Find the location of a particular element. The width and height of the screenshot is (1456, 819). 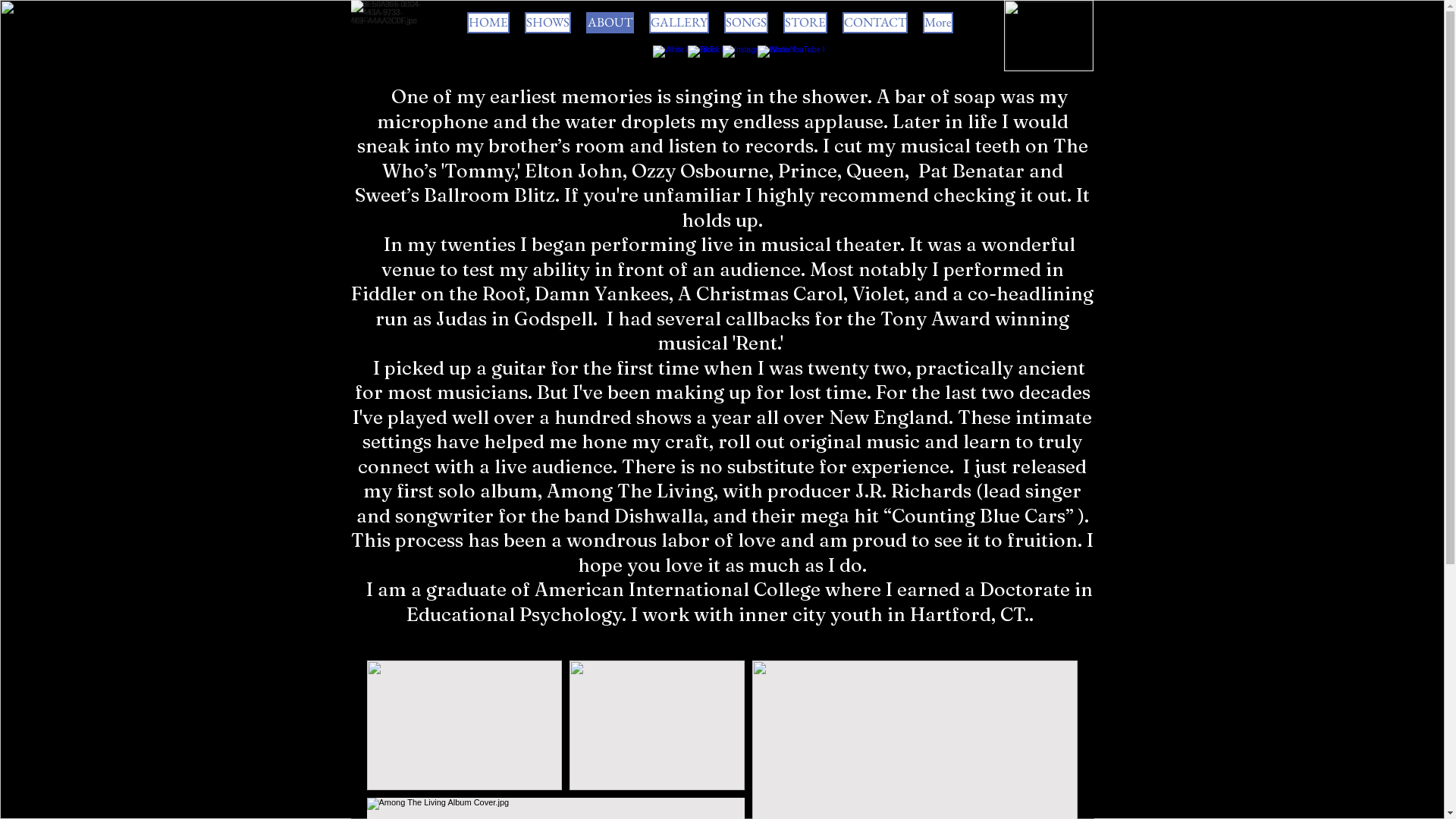

'GALLERY' is located at coordinates (648, 23).